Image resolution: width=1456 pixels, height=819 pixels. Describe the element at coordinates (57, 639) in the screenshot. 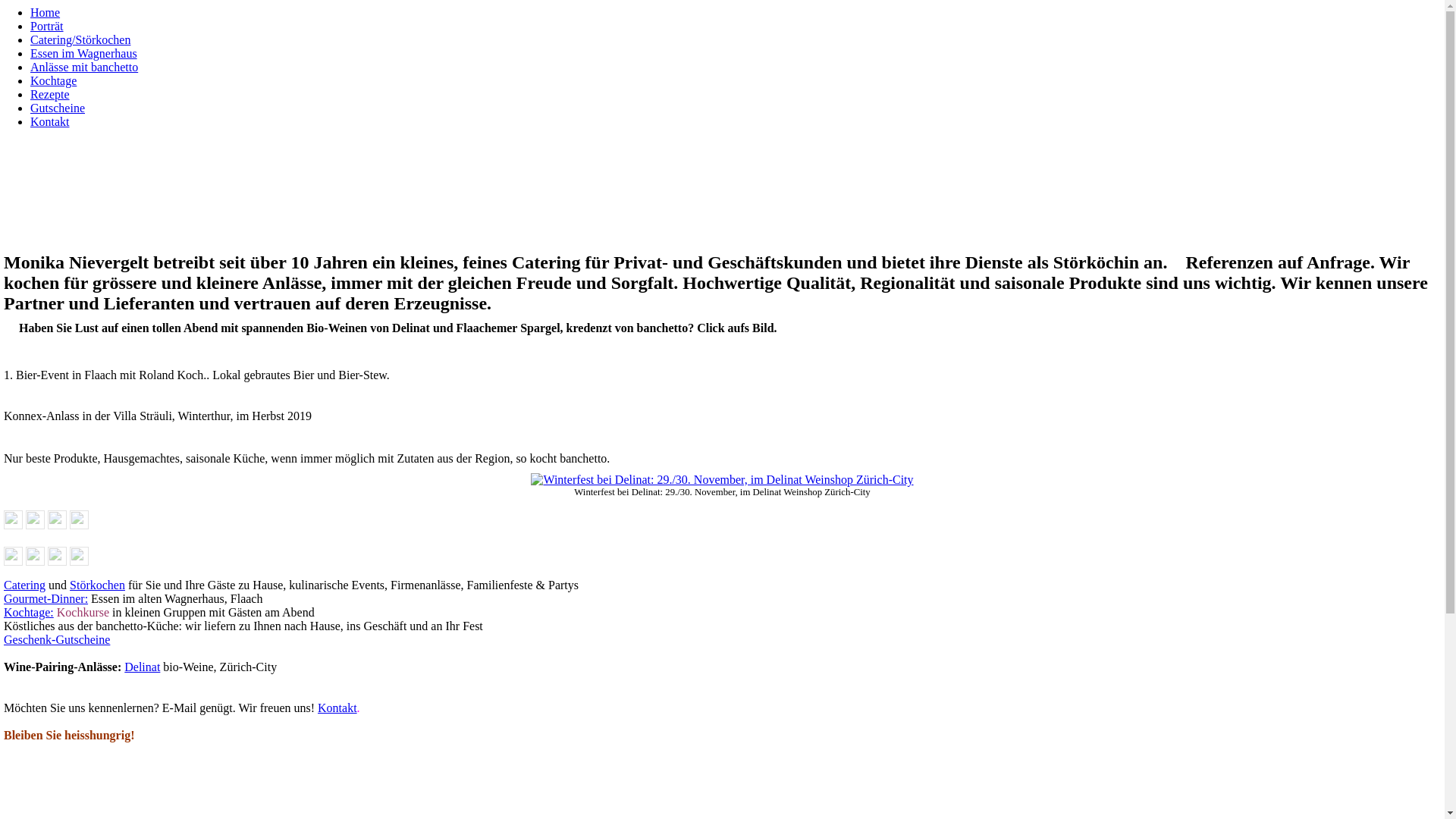

I see `'Geschenk-Gutscheine'` at that location.